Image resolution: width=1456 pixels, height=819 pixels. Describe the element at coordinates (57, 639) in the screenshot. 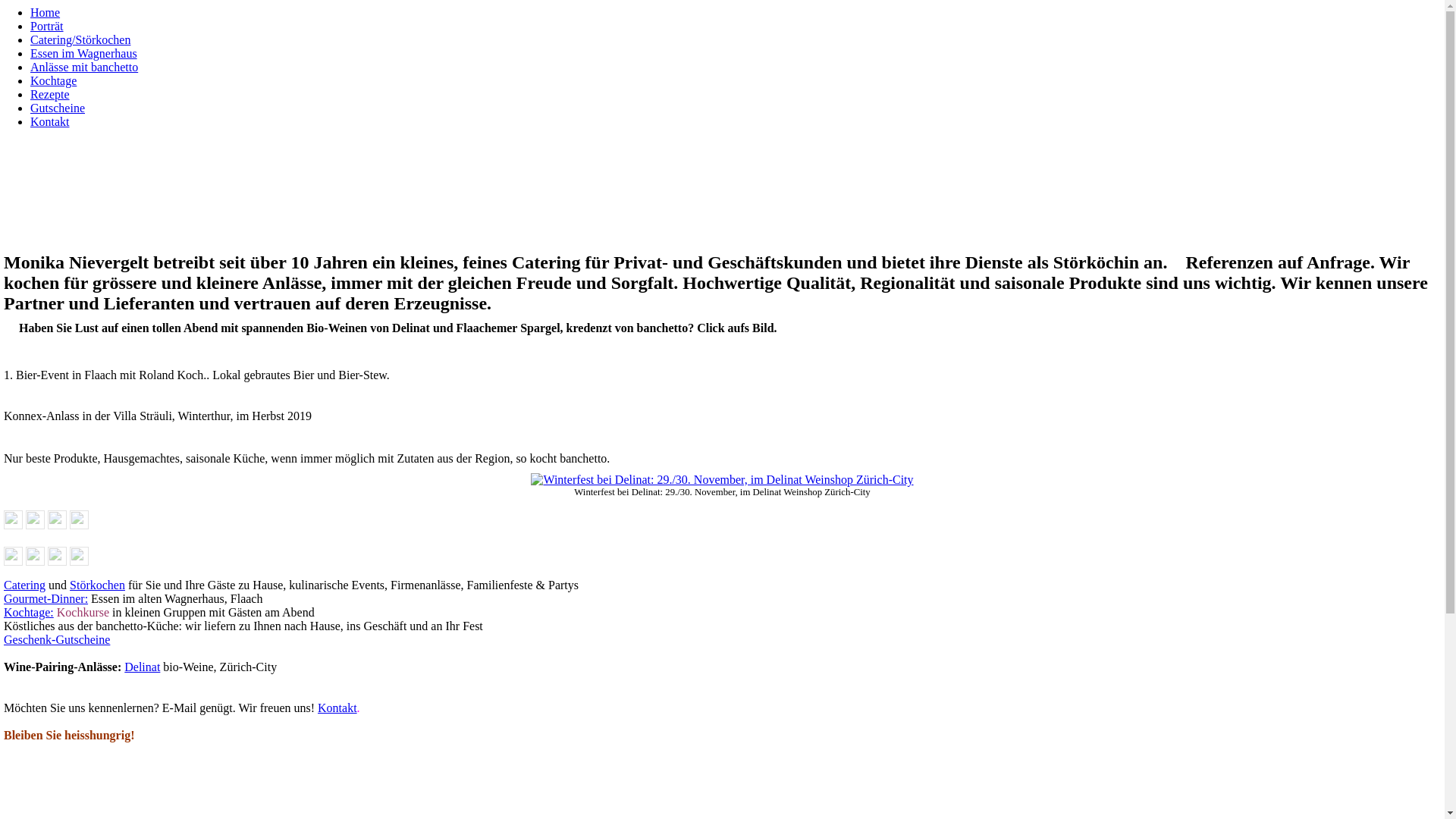

I see `'Geschenk-Gutscheine'` at that location.